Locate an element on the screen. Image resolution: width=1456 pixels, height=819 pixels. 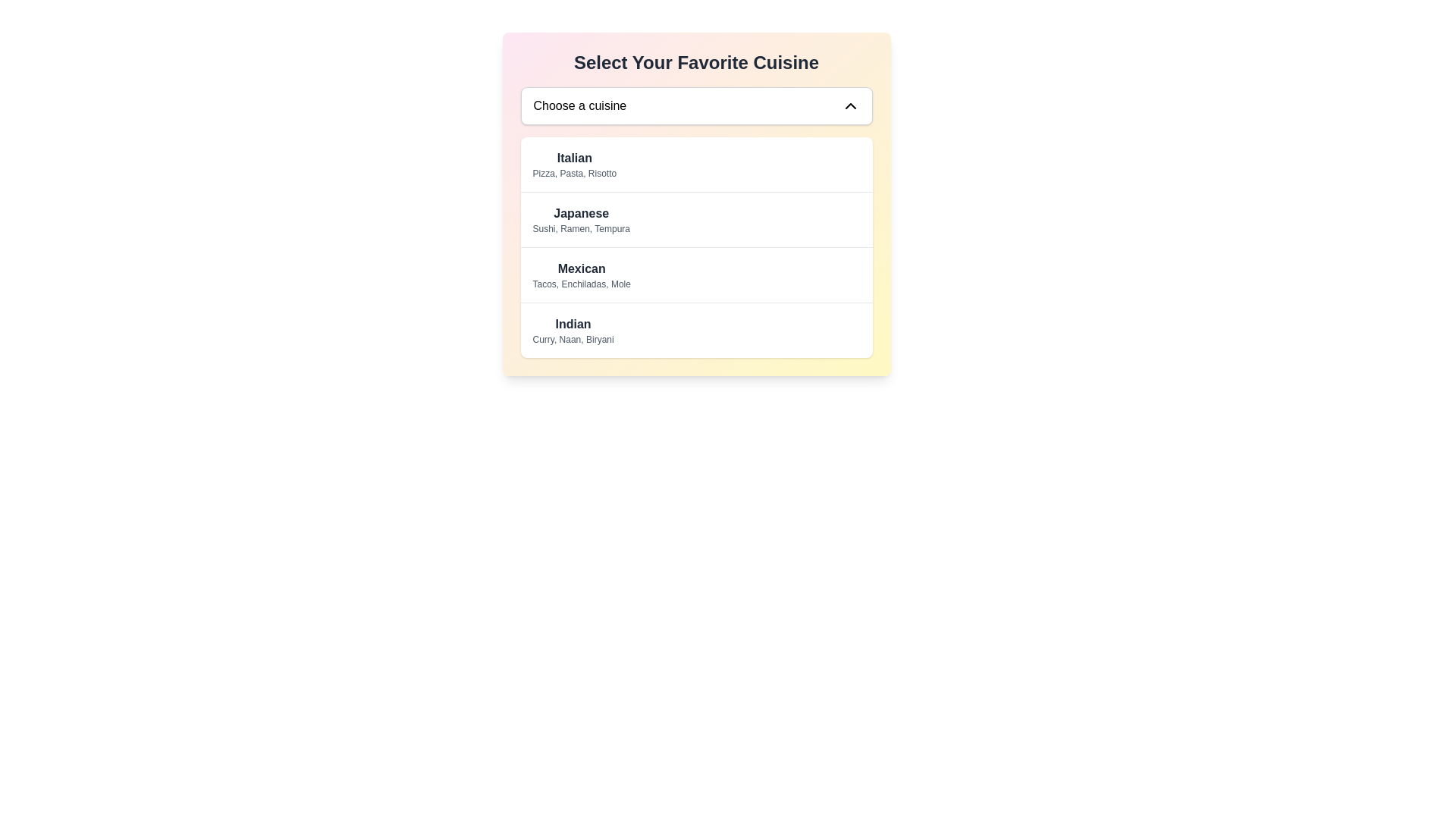
around the 'Indian' cuisine label is located at coordinates (572, 324).